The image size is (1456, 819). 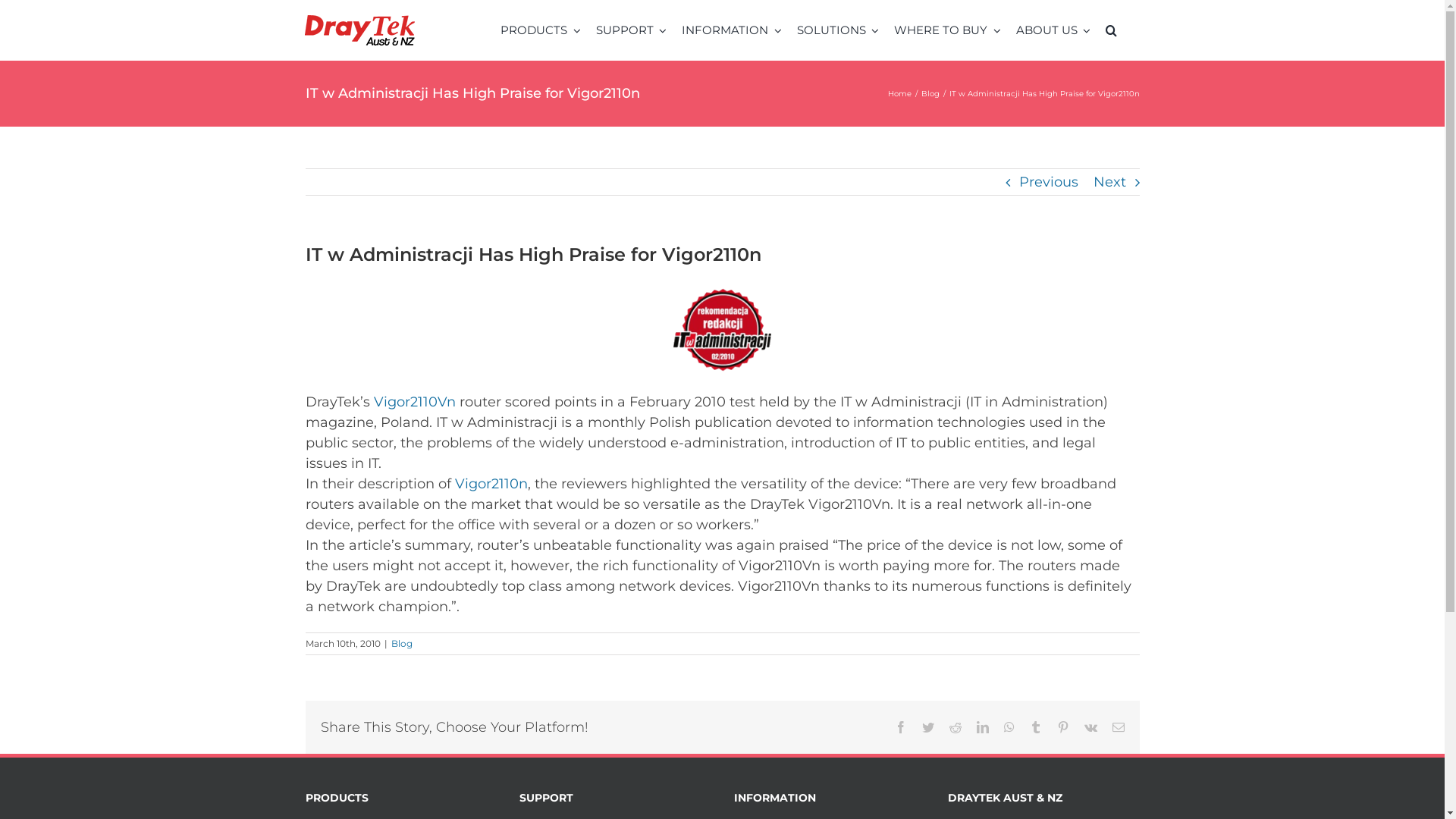 What do you see at coordinates (983, 726) in the screenshot?
I see `'LinkedIn'` at bounding box center [983, 726].